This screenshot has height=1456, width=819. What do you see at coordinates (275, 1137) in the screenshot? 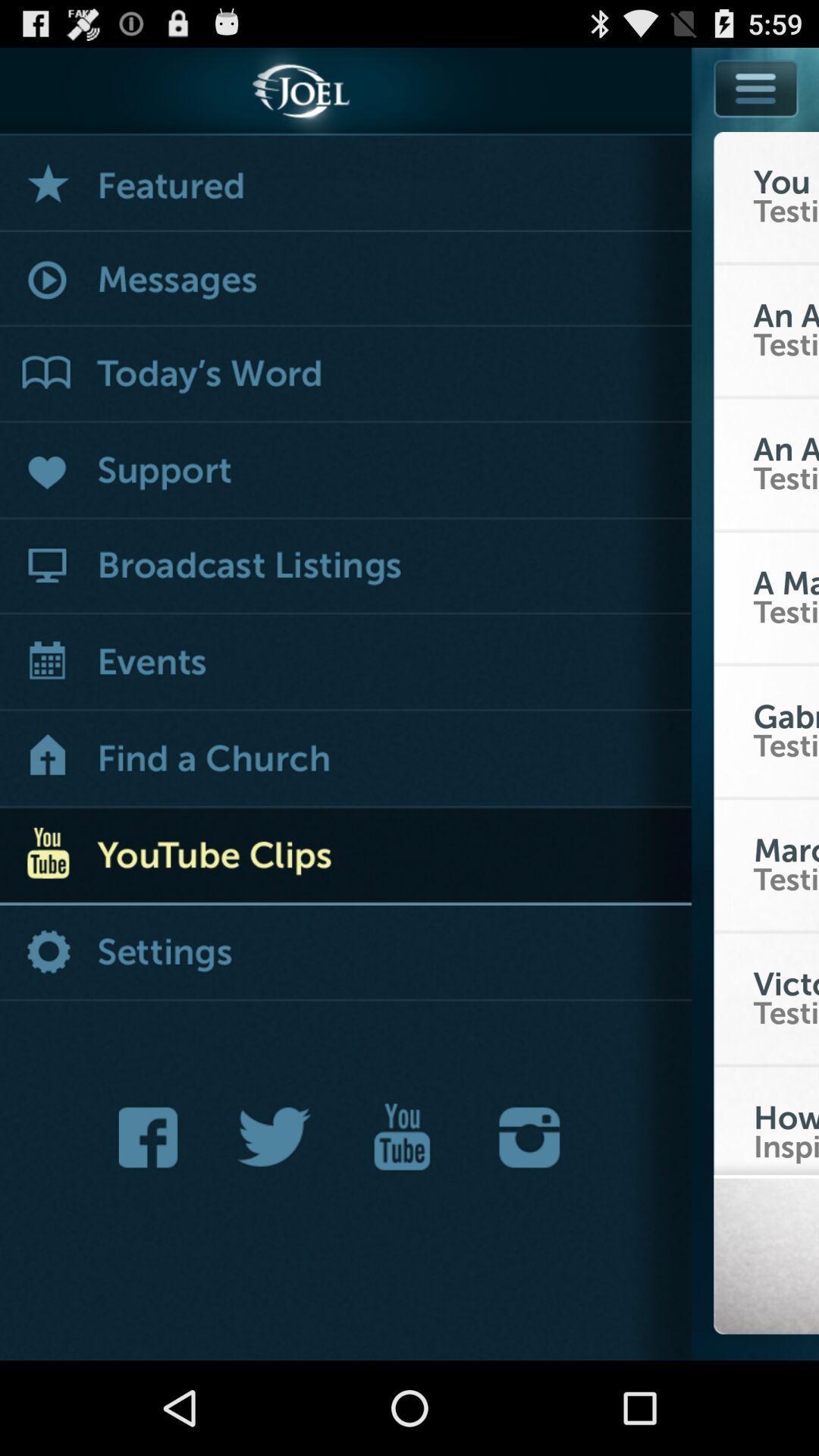
I see `tweet` at bounding box center [275, 1137].